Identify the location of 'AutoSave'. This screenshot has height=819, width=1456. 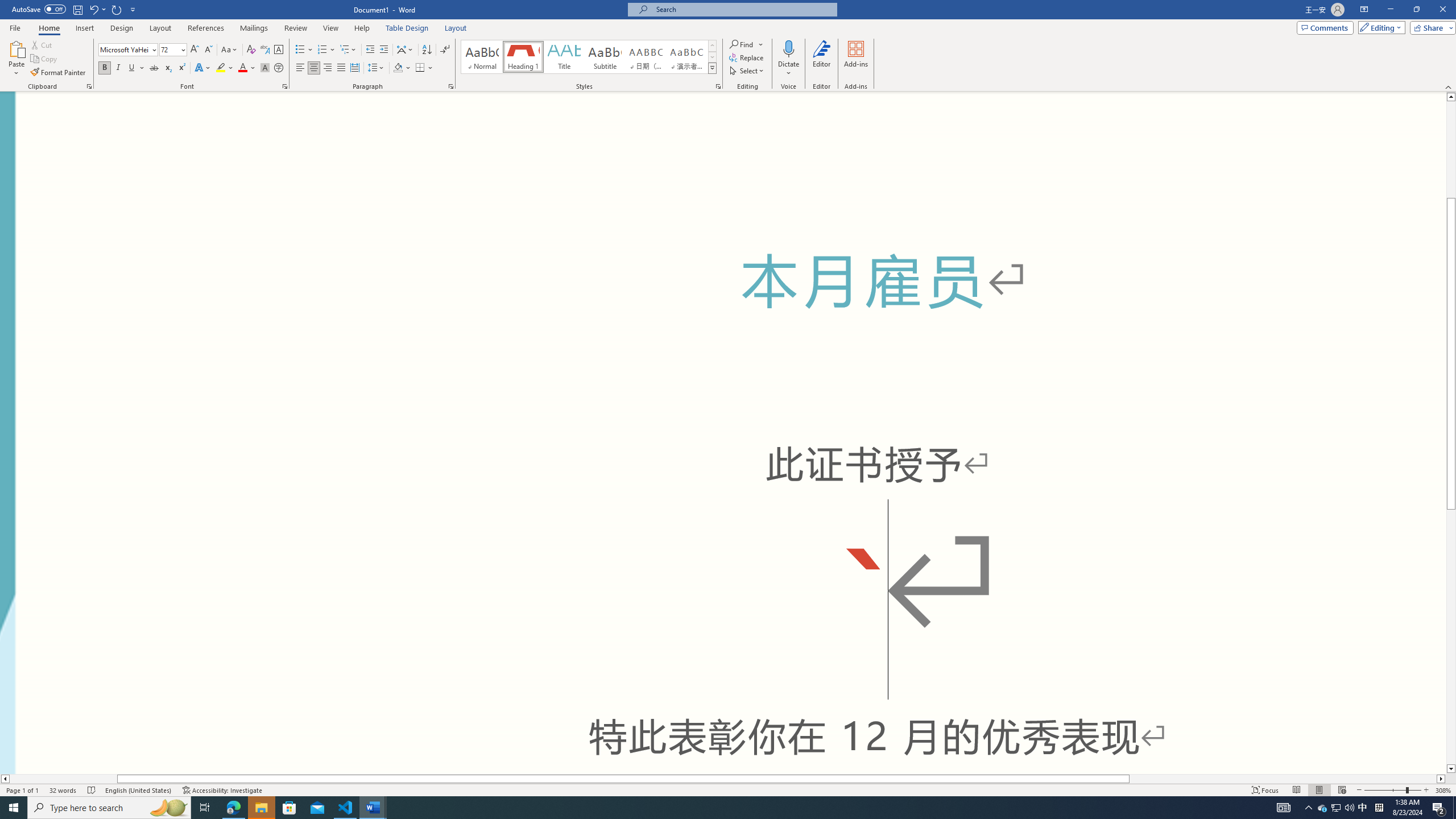
(39, 9).